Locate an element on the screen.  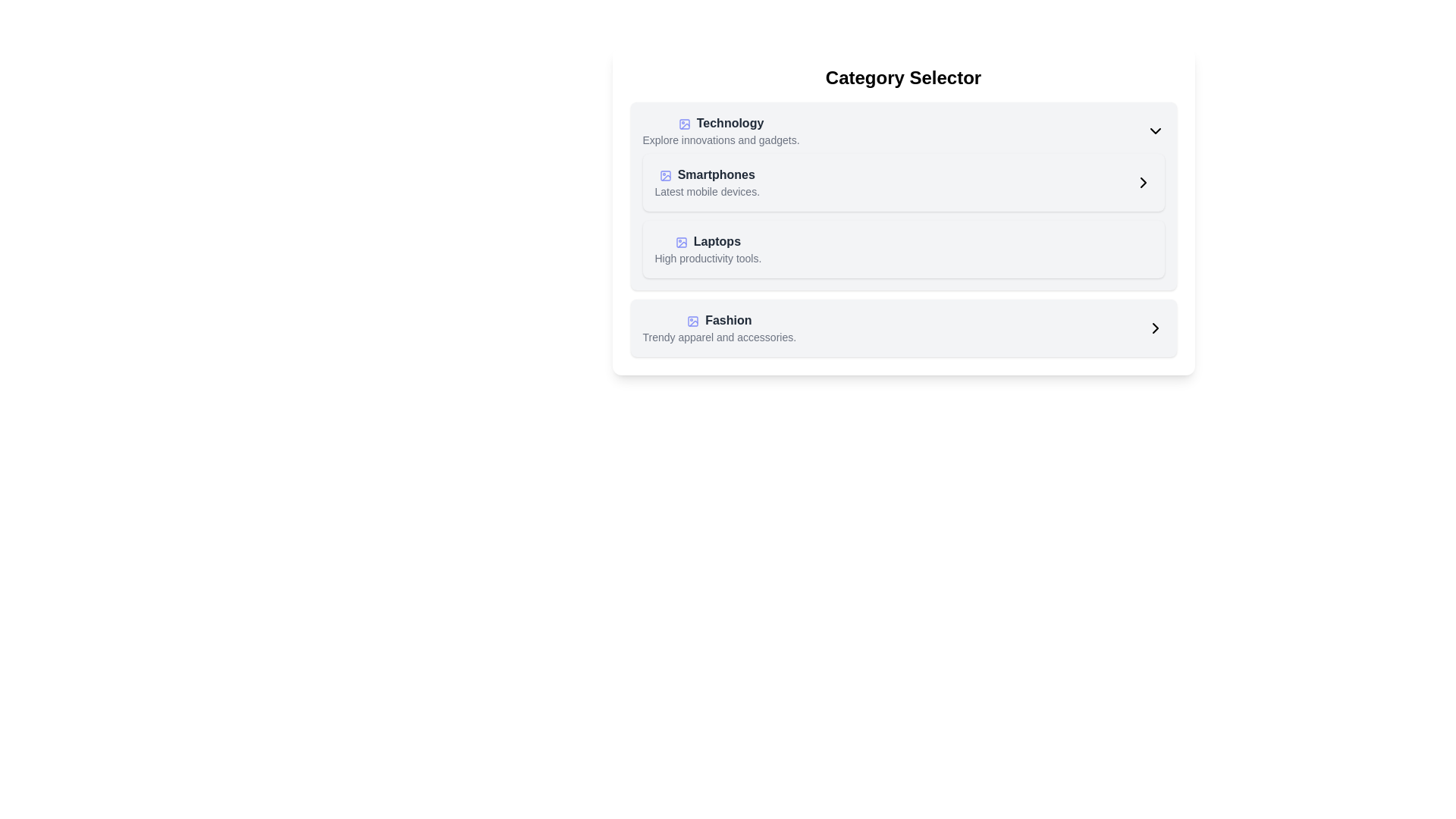
the Vector icon representing an image file, which is displayed as a small, square frame with rounded corners, located to the left of the text 'Laptops' in the third row of the category list is located at coordinates (680, 241).